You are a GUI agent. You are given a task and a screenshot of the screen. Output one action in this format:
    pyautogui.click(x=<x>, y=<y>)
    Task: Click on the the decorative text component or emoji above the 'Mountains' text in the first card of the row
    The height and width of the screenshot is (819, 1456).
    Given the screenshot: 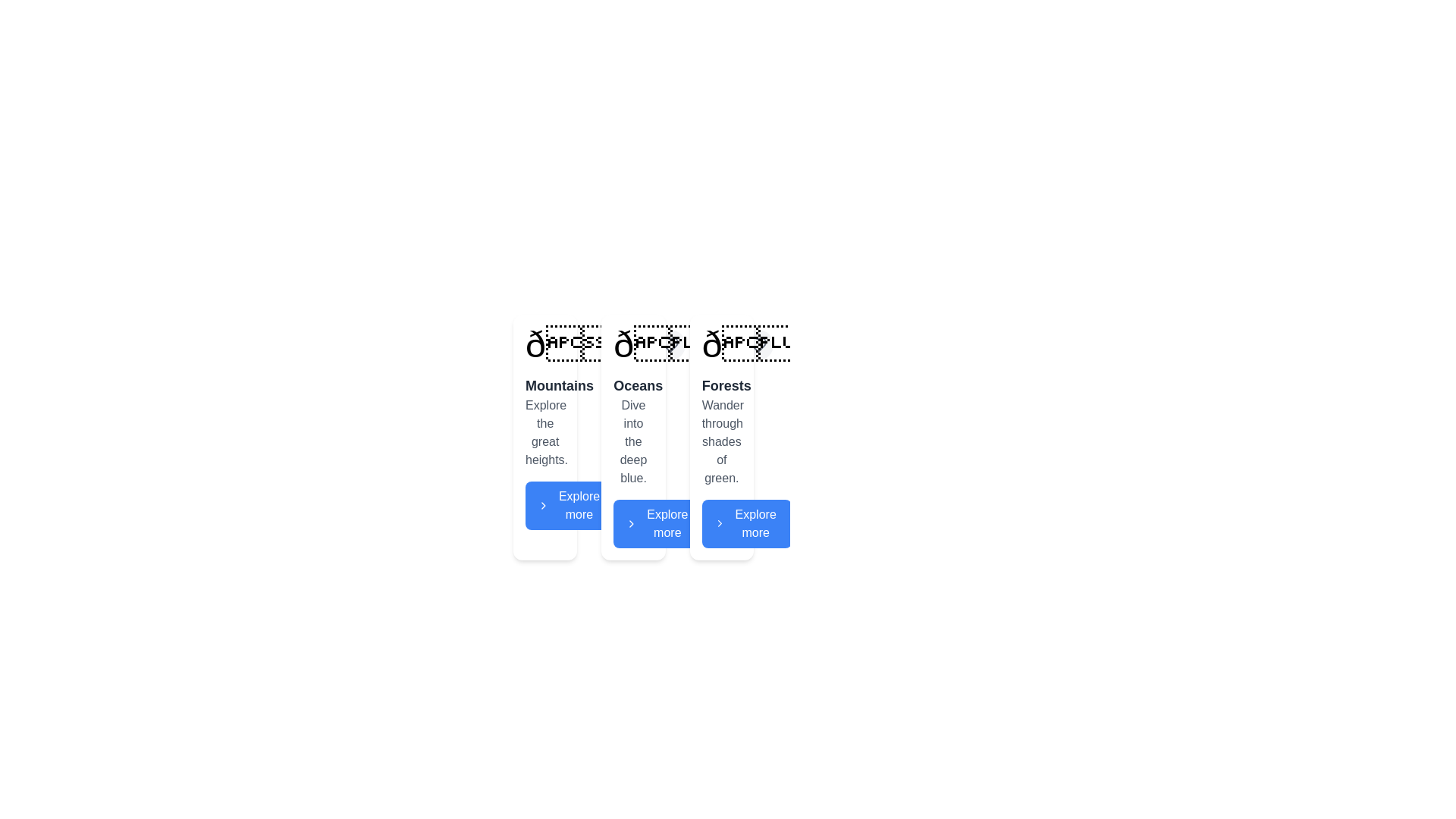 What is the action you would take?
    pyautogui.click(x=589, y=345)
    